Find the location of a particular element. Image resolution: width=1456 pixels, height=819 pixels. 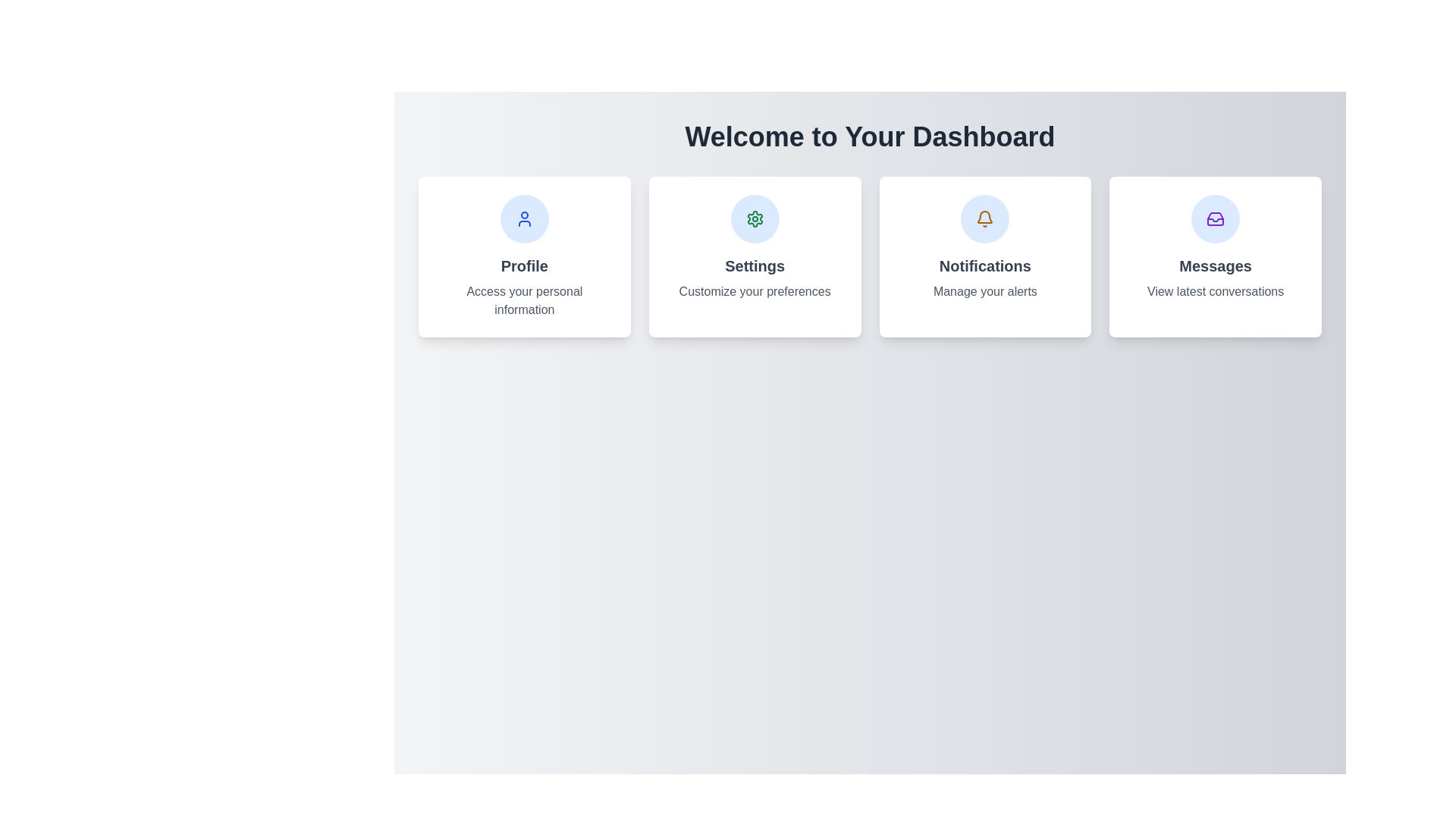

the user profile icon located at the center of the 'Profile' card in the dashboard is located at coordinates (524, 219).